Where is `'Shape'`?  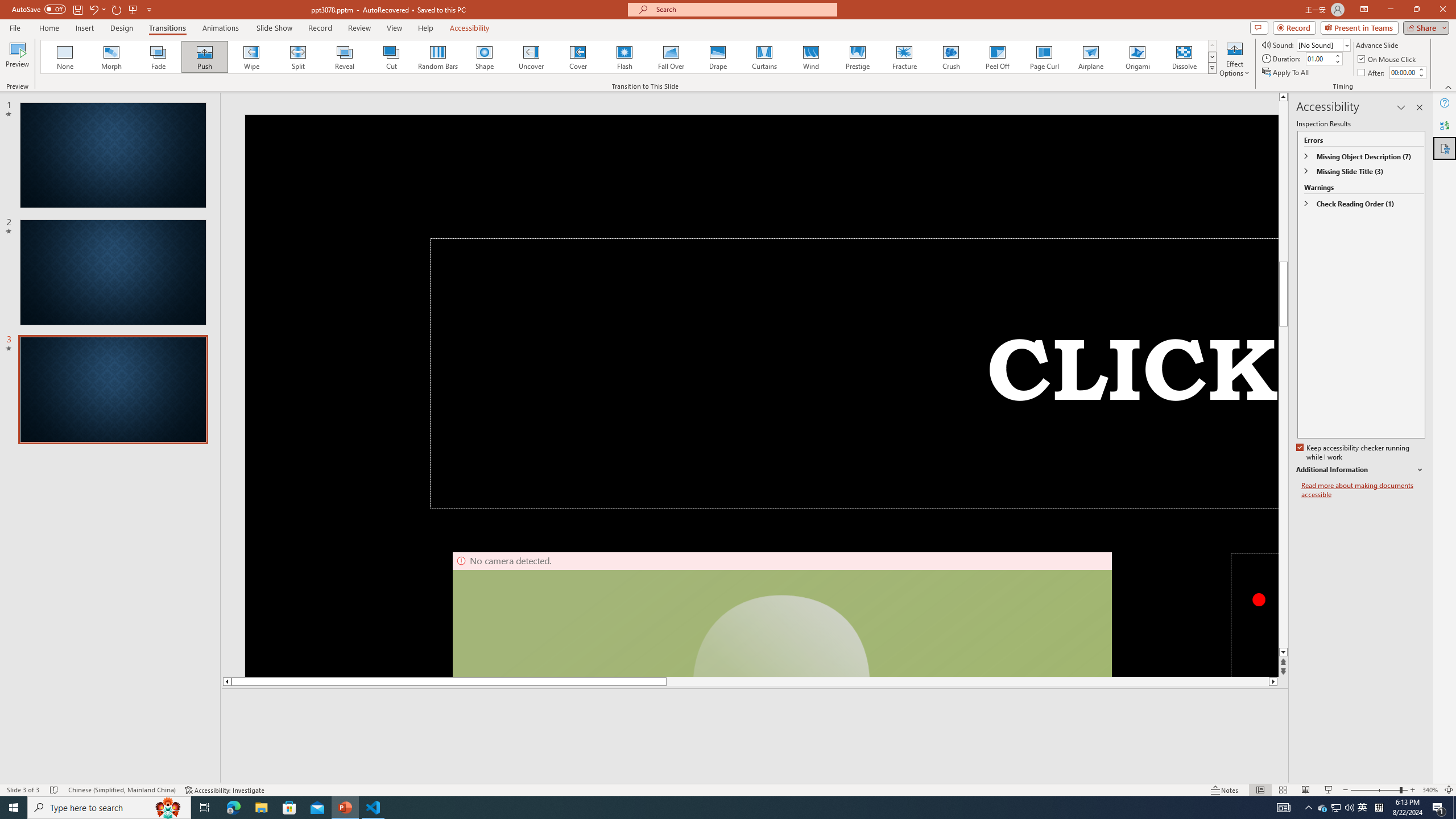
'Shape' is located at coordinates (484, 56).